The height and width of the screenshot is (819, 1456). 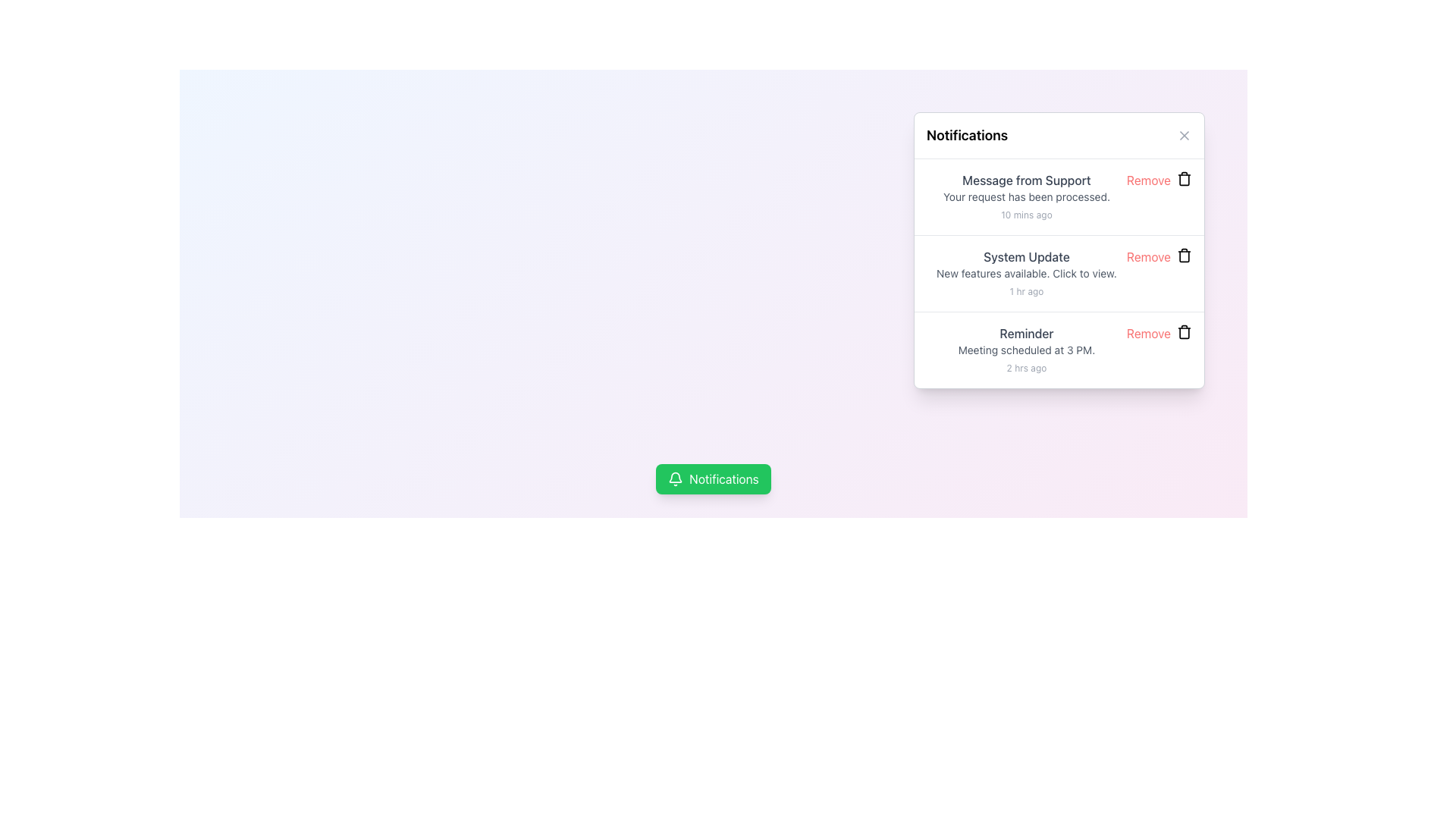 I want to click on static text label that displays 'Your request has been processed.' located in the notification section below the title 'Message from Support' and above the timestamp '10 mins ago', so click(x=1026, y=196).